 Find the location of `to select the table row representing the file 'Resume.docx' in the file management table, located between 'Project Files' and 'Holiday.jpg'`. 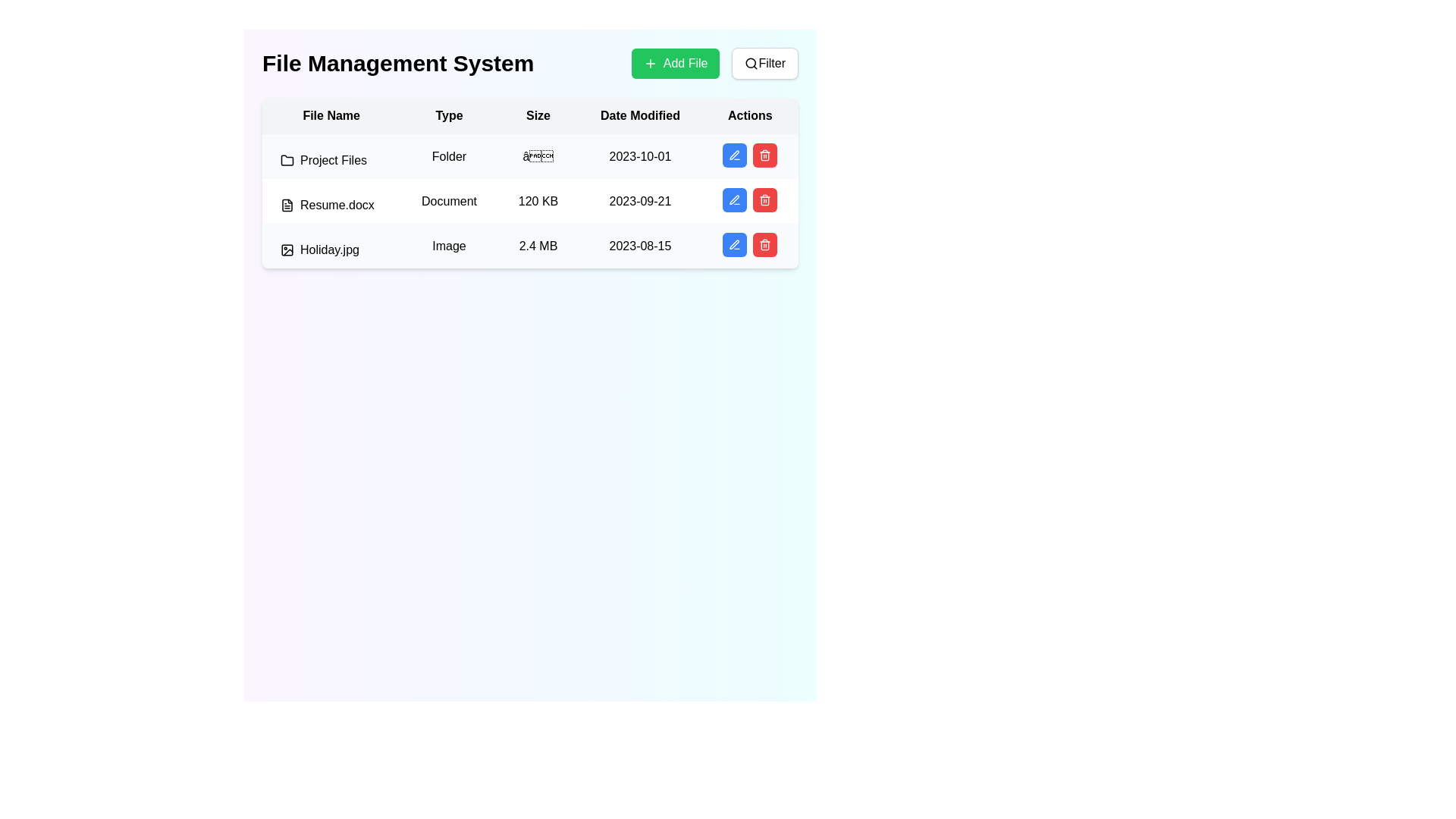

to select the table row representing the file 'Resume.docx' in the file management table, located between 'Project Files' and 'Holiday.jpg' is located at coordinates (530, 182).